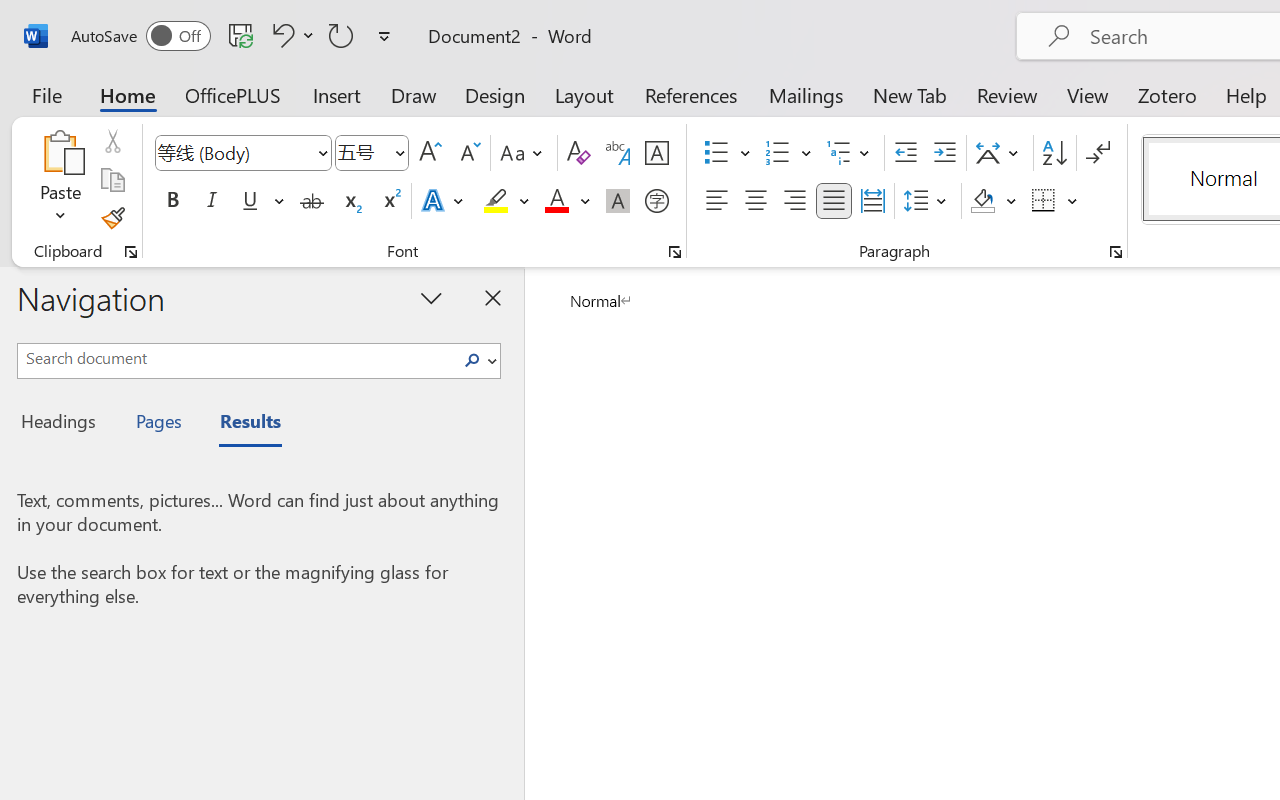 The image size is (1280, 800). Describe the element at coordinates (1087, 94) in the screenshot. I see `'View'` at that location.